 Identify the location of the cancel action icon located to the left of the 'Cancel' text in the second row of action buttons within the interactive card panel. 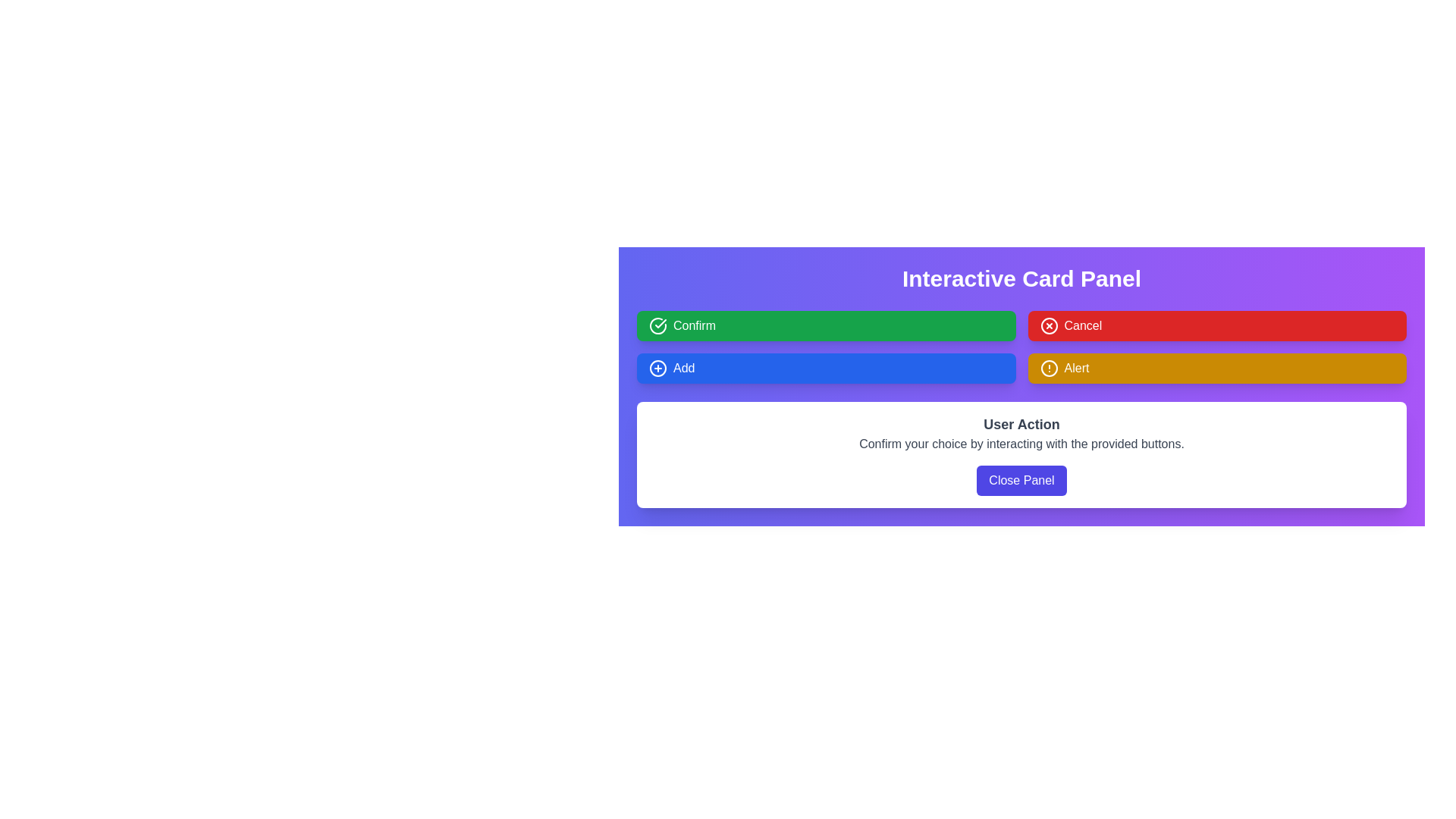
(1048, 325).